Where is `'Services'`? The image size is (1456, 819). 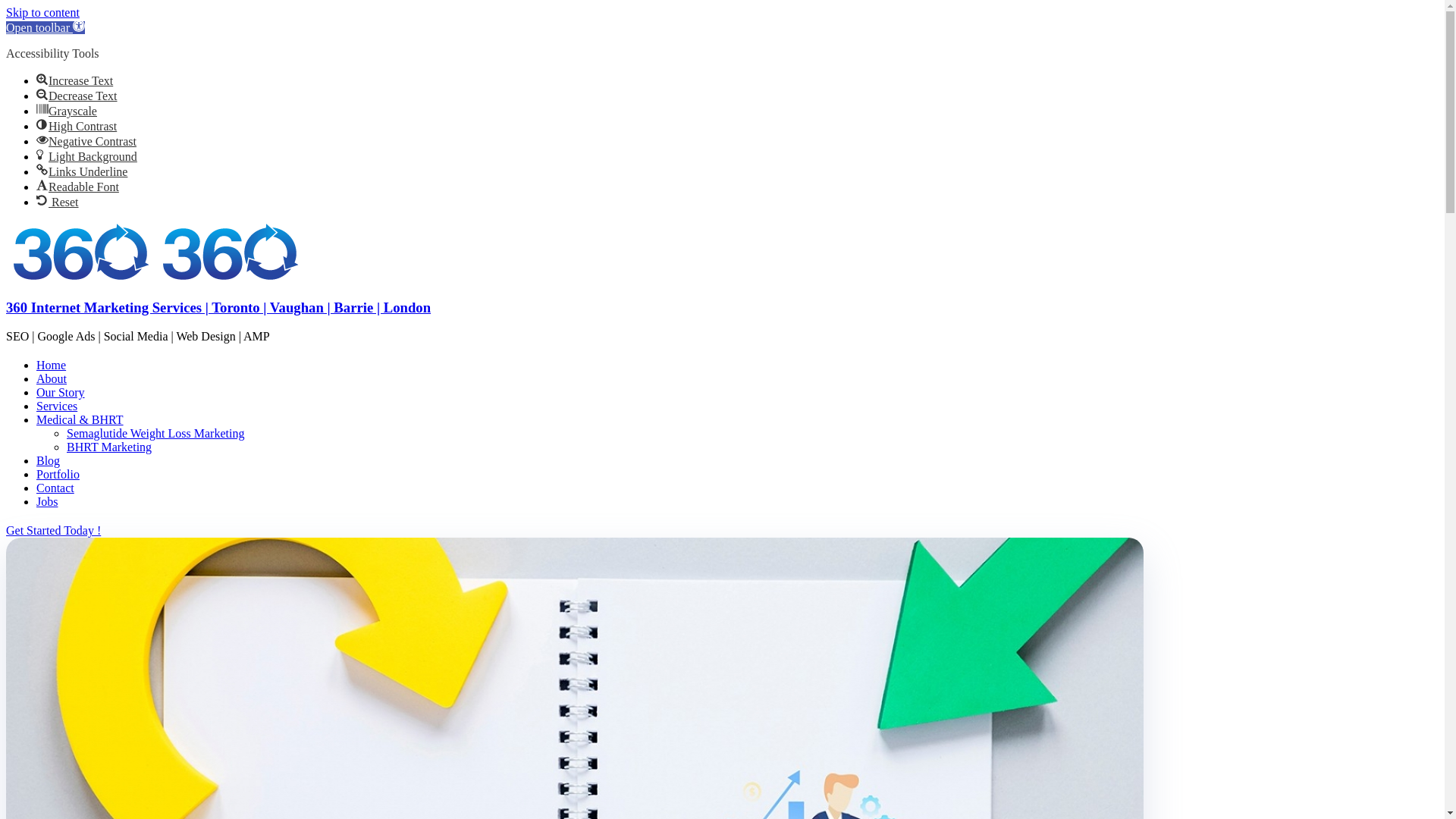
'Services' is located at coordinates (36, 405).